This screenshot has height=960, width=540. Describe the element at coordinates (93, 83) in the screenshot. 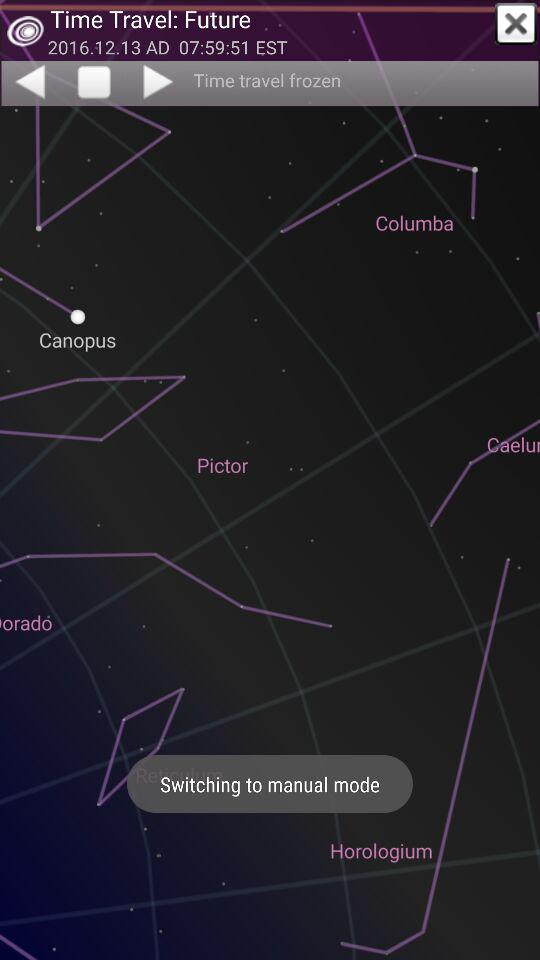

I see `freeze` at that location.